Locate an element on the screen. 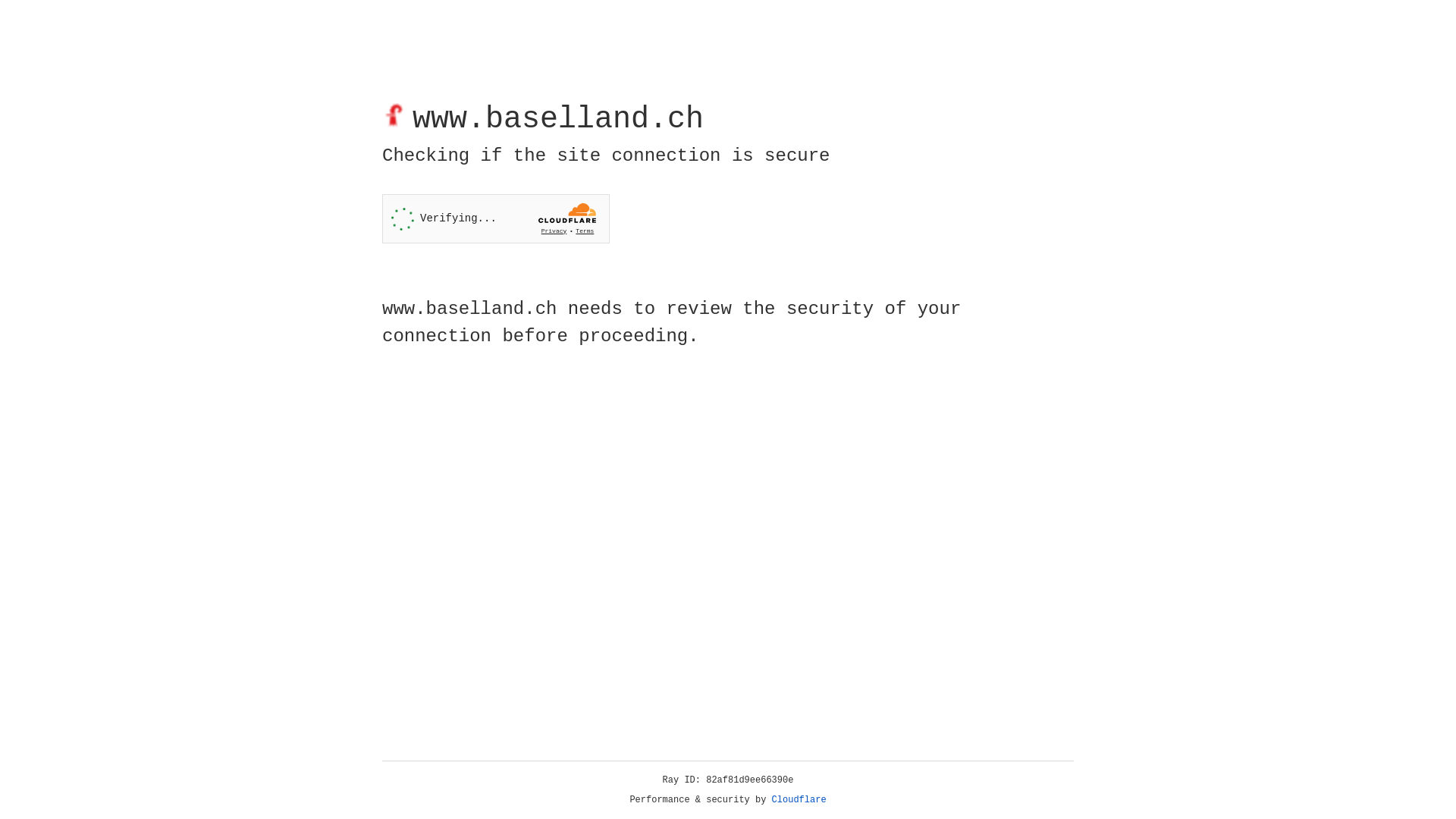  'Widget containing a Cloudflare security challenge' is located at coordinates (495, 218).